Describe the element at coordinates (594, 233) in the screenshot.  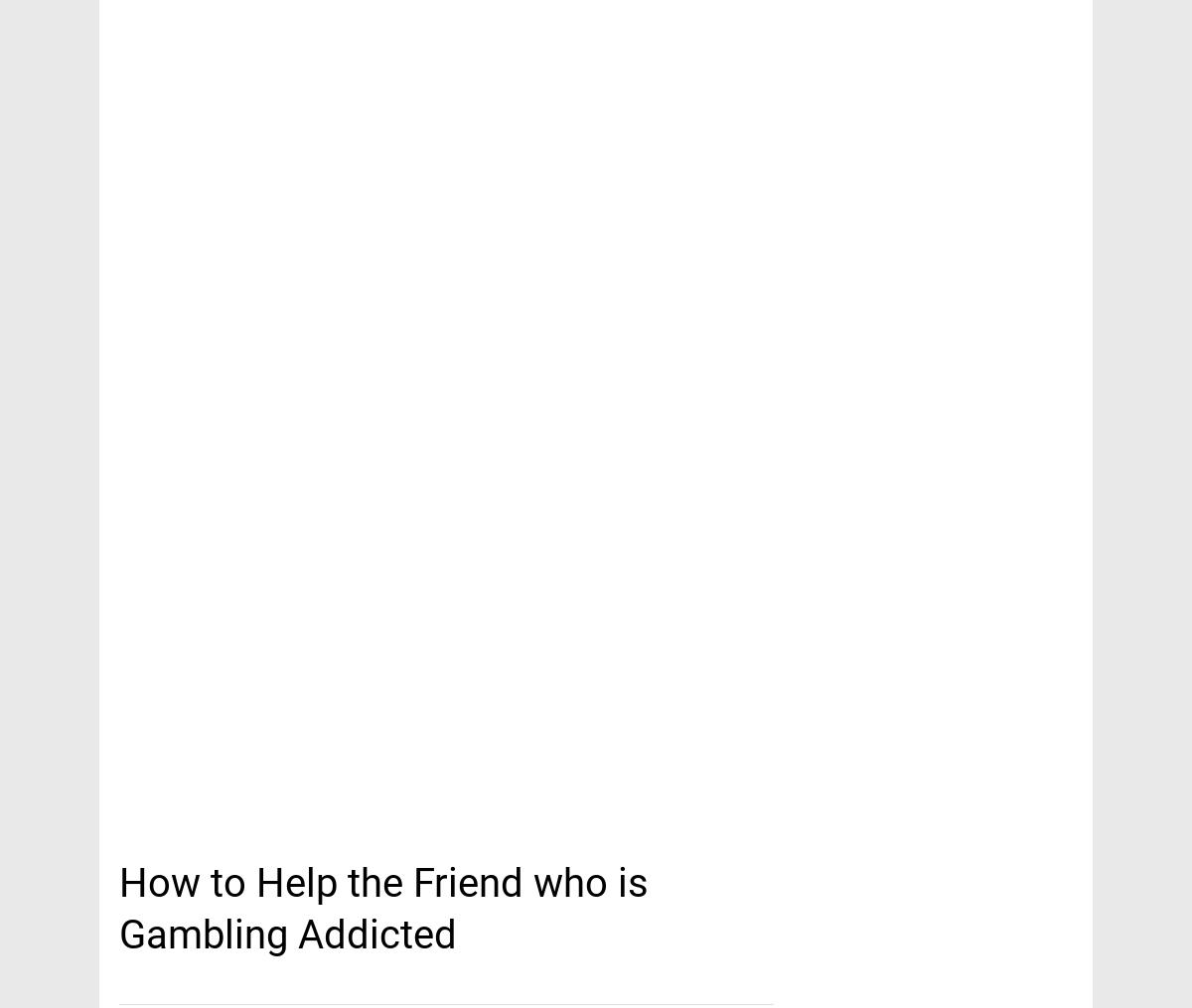
I see `'S.U. Rahman'` at that location.